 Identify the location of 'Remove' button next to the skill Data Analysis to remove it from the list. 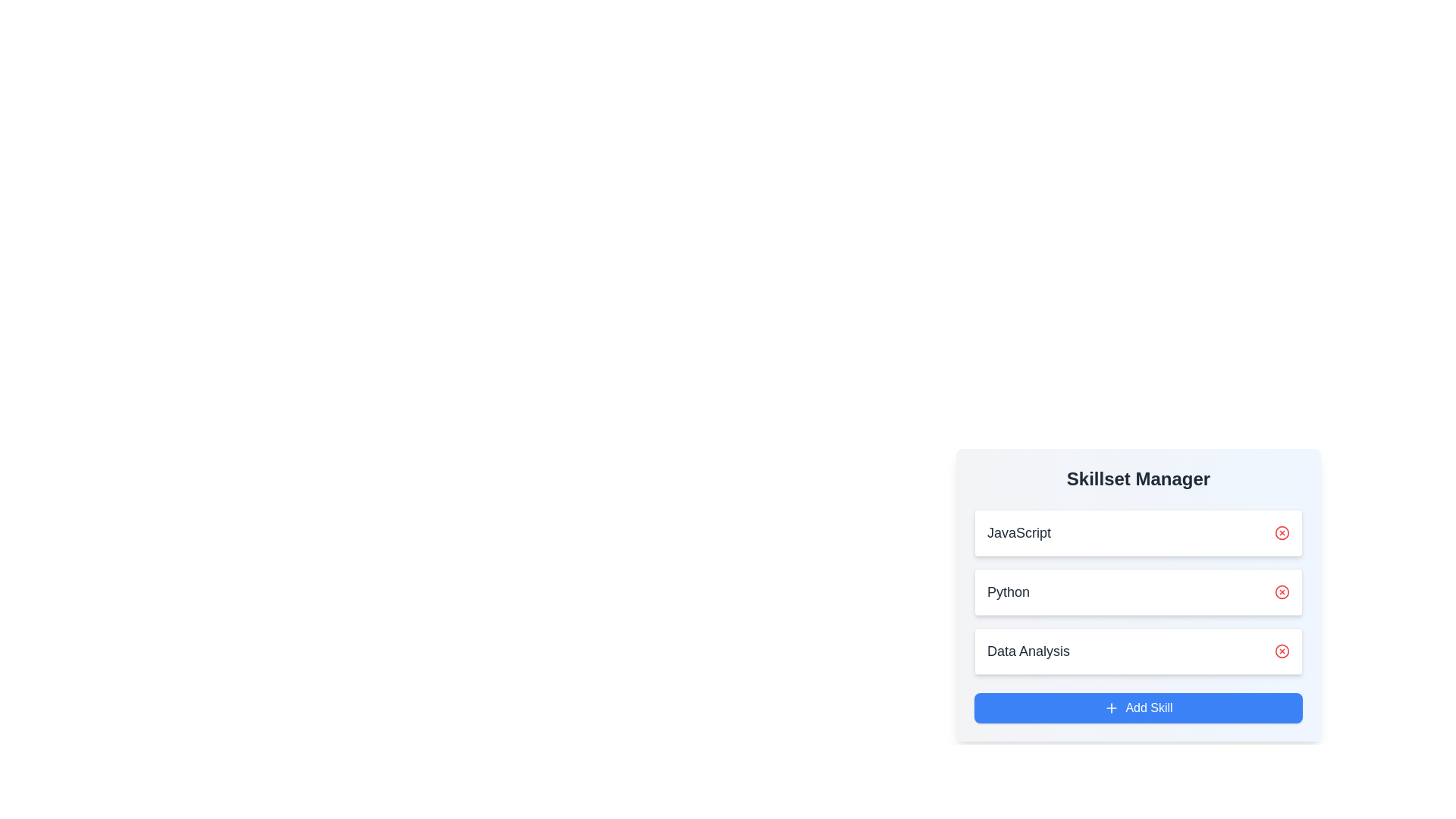
(1281, 651).